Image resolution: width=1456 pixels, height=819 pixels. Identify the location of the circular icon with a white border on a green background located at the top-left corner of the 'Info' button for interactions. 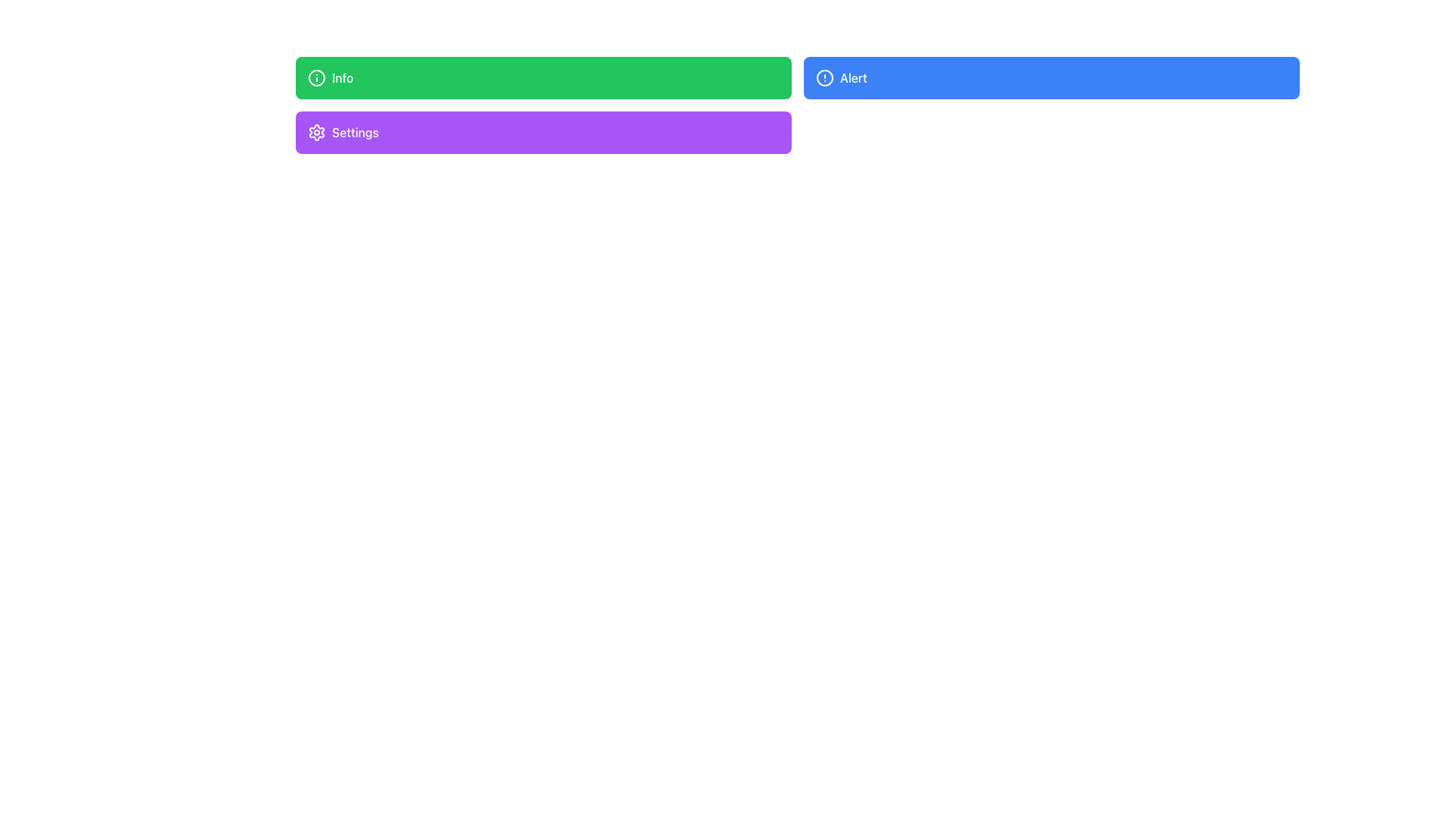
(315, 78).